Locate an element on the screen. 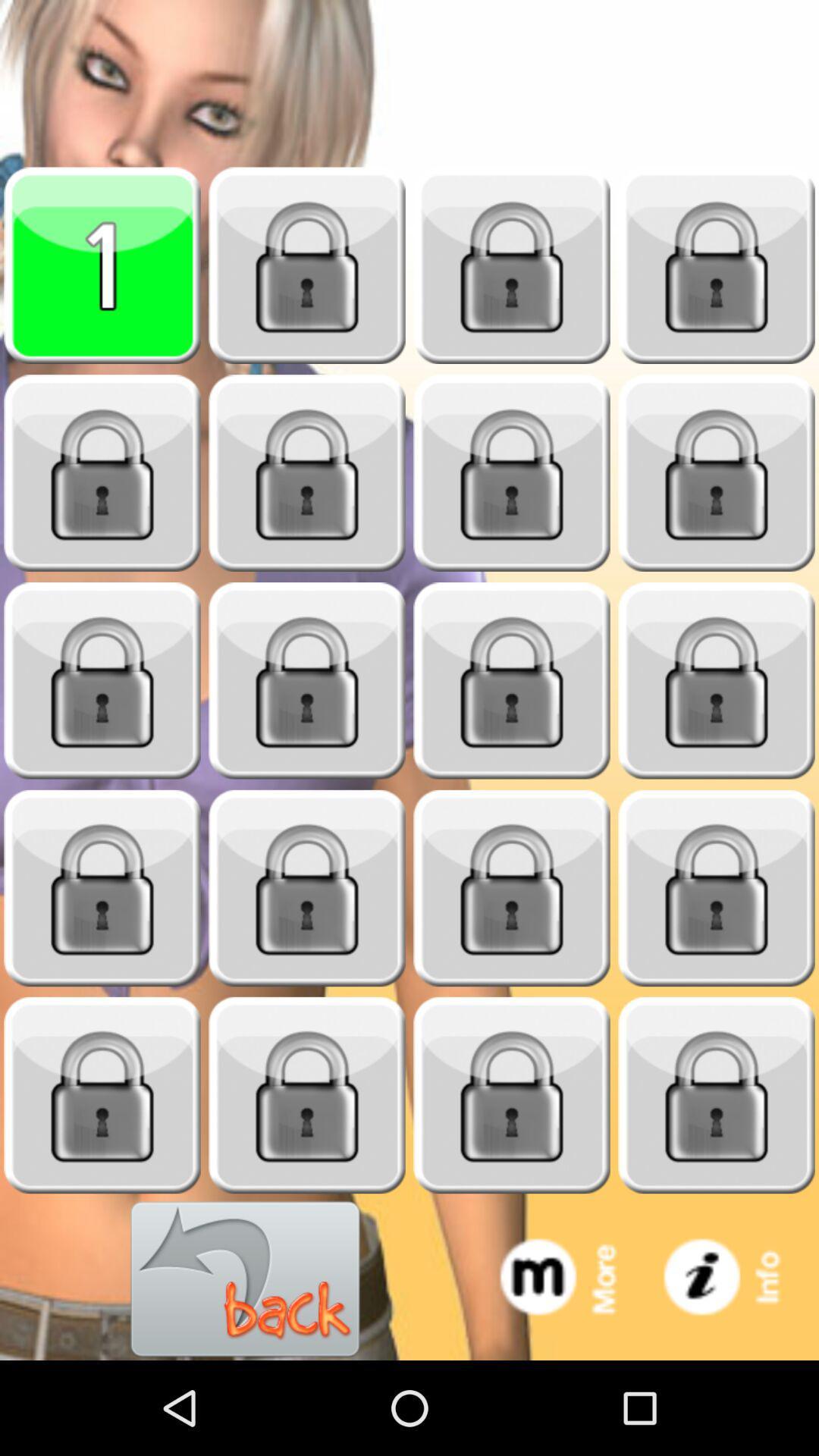 Image resolution: width=819 pixels, height=1456 pixels. option one is located at coordinates (102, 265).